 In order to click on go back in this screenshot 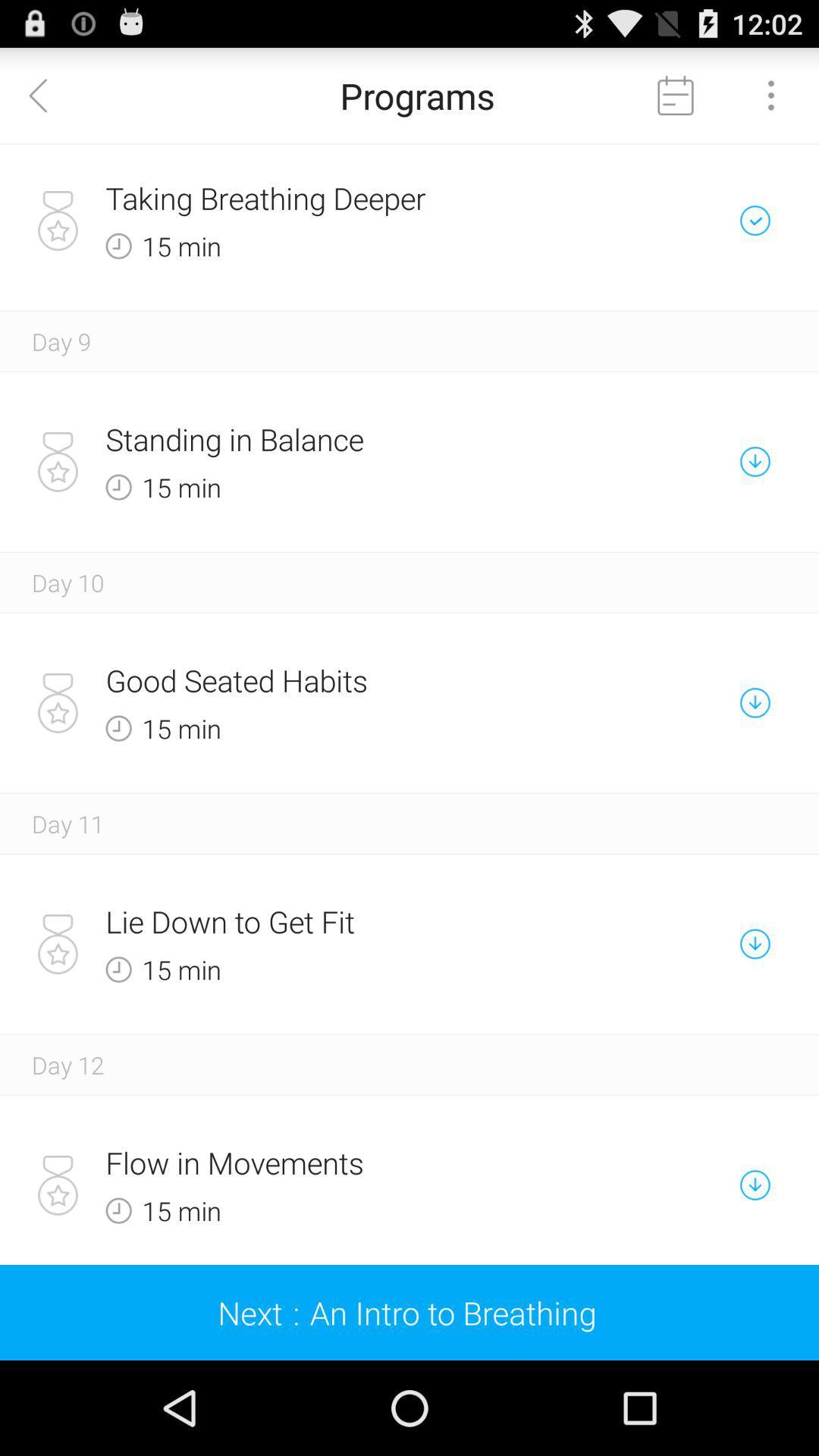, I will do `click(46, 94)`.